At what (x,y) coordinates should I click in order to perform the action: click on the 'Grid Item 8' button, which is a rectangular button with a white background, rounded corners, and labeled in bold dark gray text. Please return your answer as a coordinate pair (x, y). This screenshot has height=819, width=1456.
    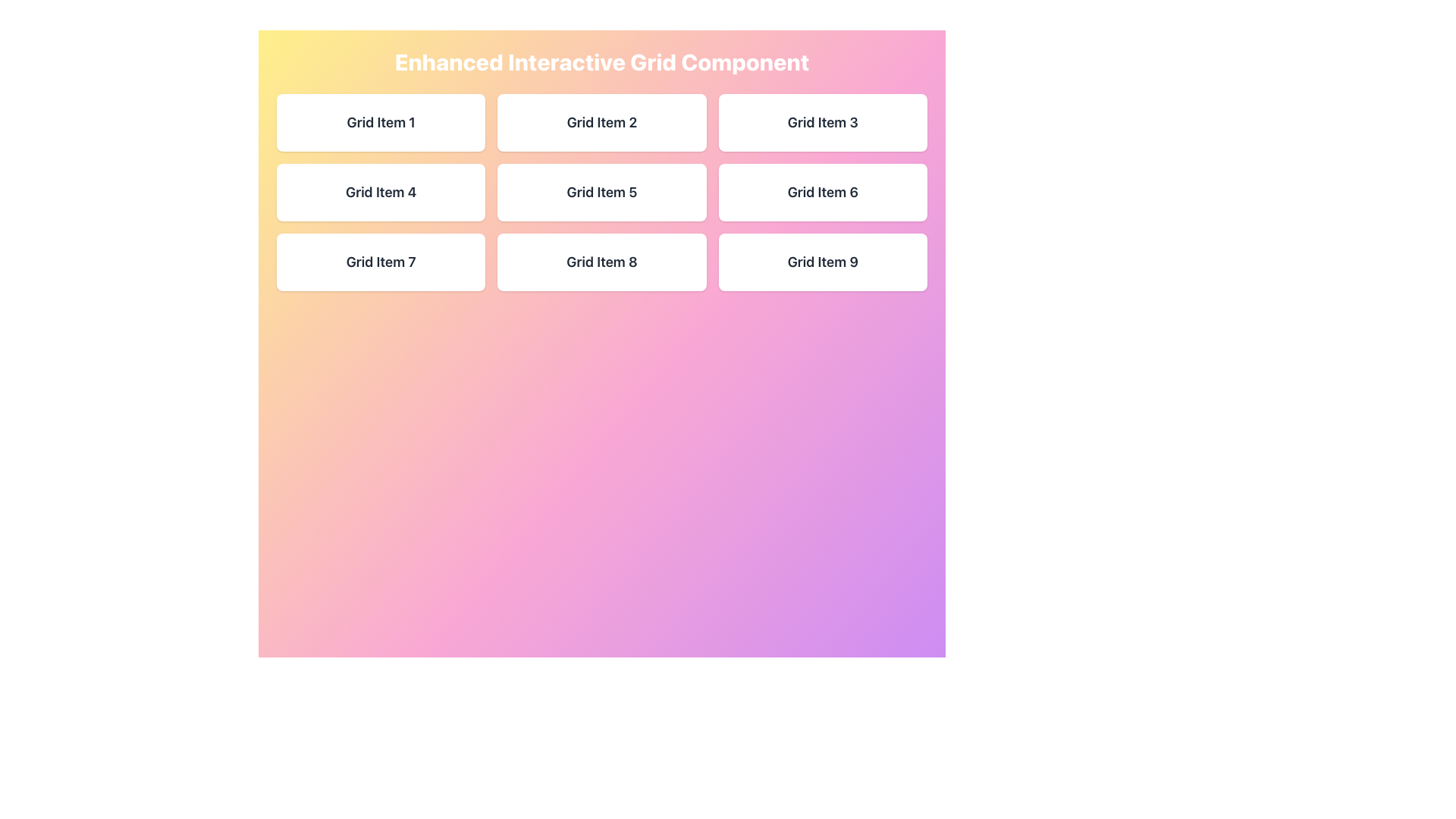
    Looking at the image, I should click on (601, 262).